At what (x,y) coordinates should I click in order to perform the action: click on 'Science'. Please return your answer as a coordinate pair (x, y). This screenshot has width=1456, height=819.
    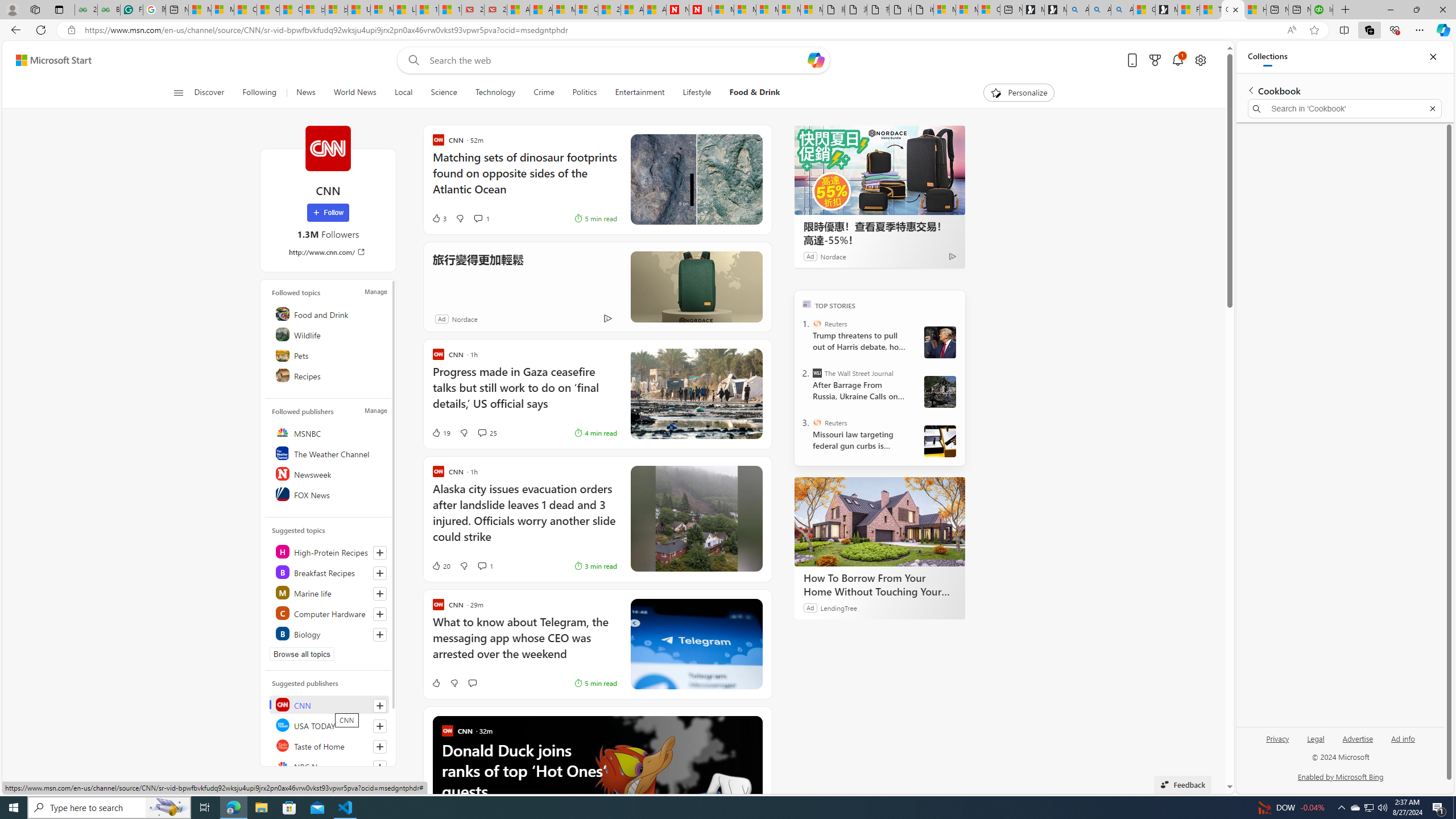
    Looking at the image, I should click on (443, 92).